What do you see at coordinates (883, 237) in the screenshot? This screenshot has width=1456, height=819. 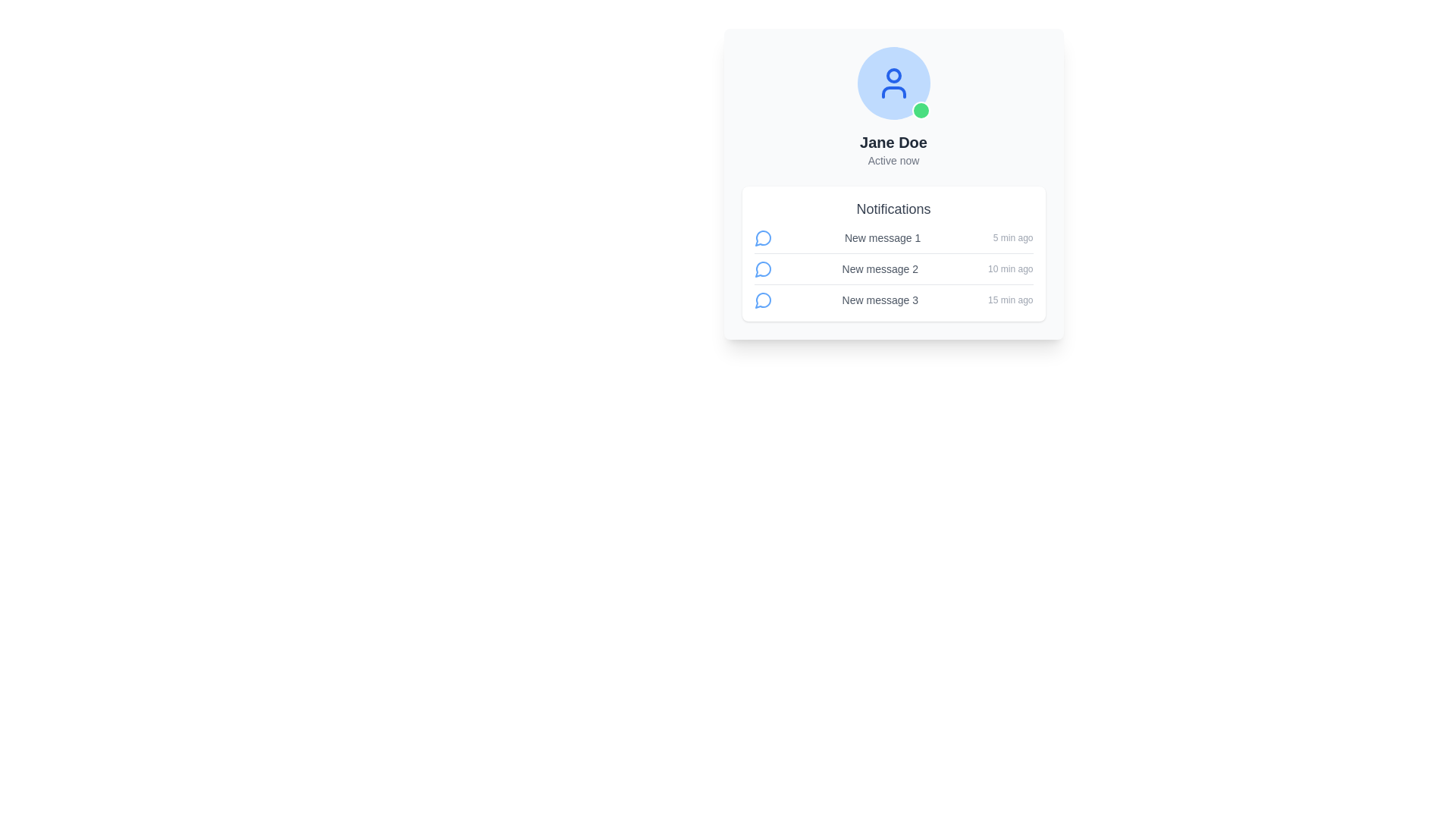 I see `the text label that displays the notification titled 'New message 1', located in the first notification item of the list` at bounding box center [883, 237].